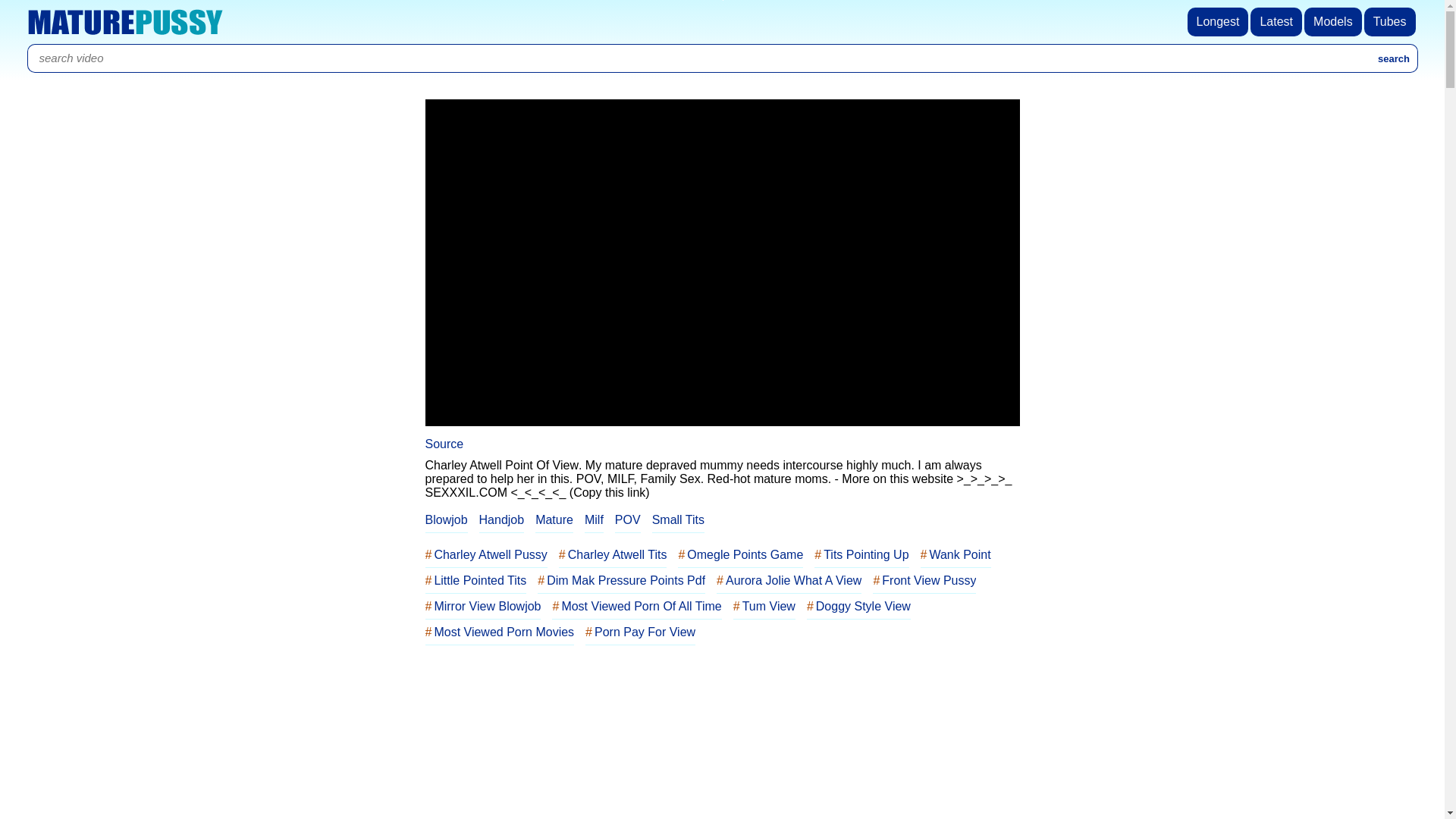 The height and width of the screenshot is (819, 1456). Describe the element at coordinates (920, 555) in the screenshot. I see `'Wank Point'` at that location.